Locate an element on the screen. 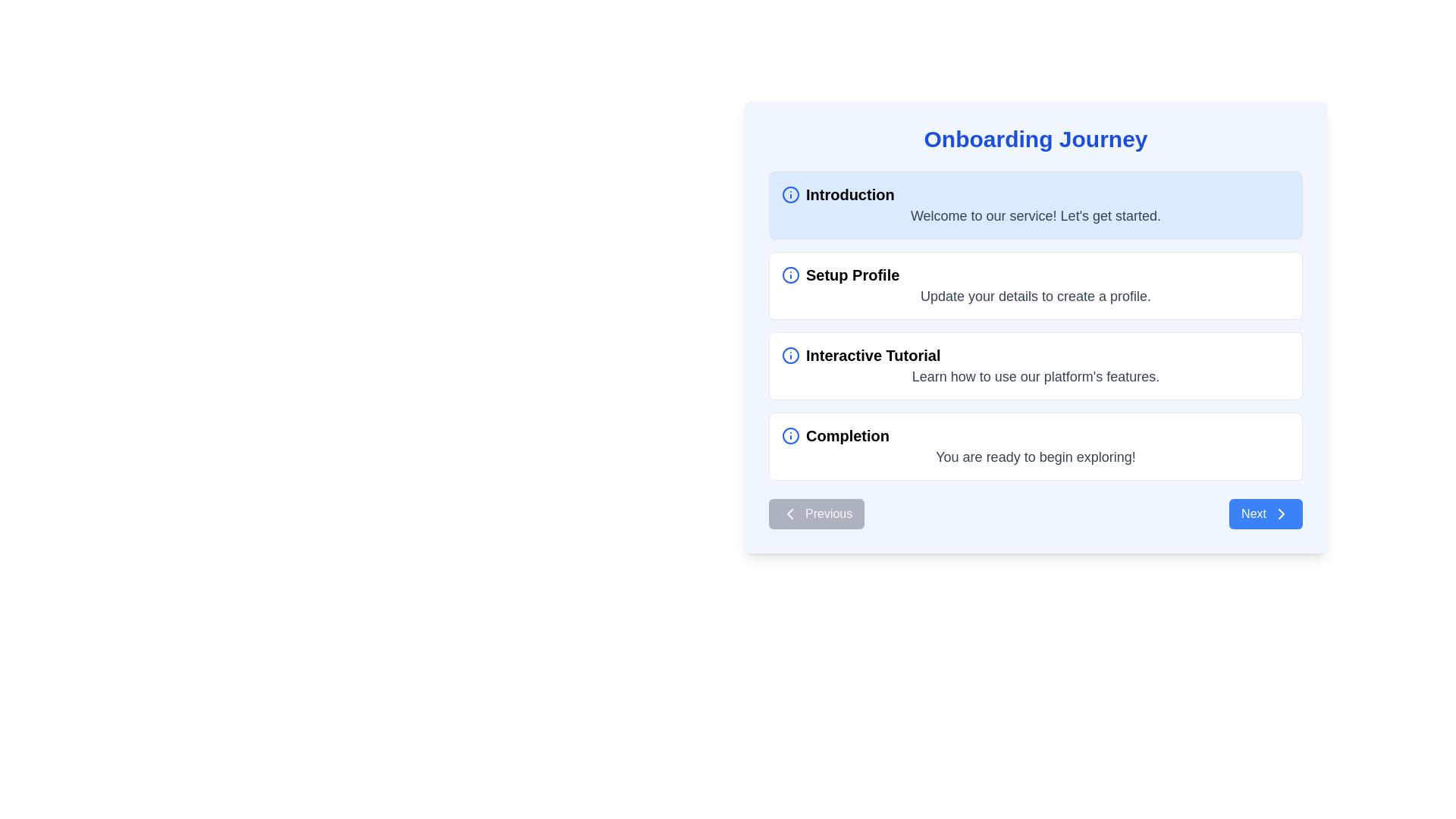 This screenshot has height=819, width=1456. the blue stroke circular SVG icon that is part of the info icon located to the left of the 'Interactive Tutorial' text in the onboarding interface is located at coordinates (789, 356).